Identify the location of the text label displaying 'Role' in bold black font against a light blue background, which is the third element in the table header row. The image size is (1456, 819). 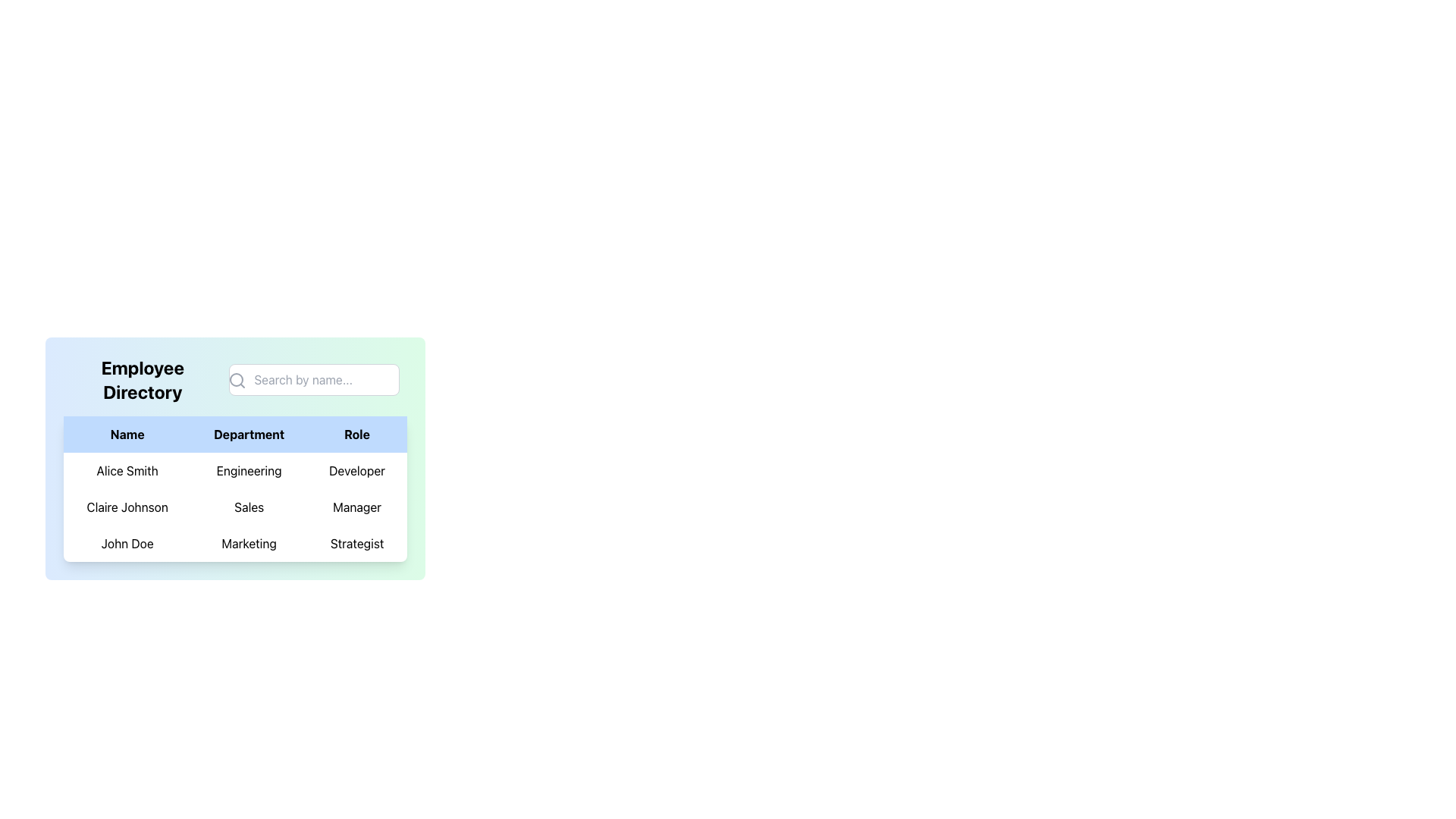
(356, 435).